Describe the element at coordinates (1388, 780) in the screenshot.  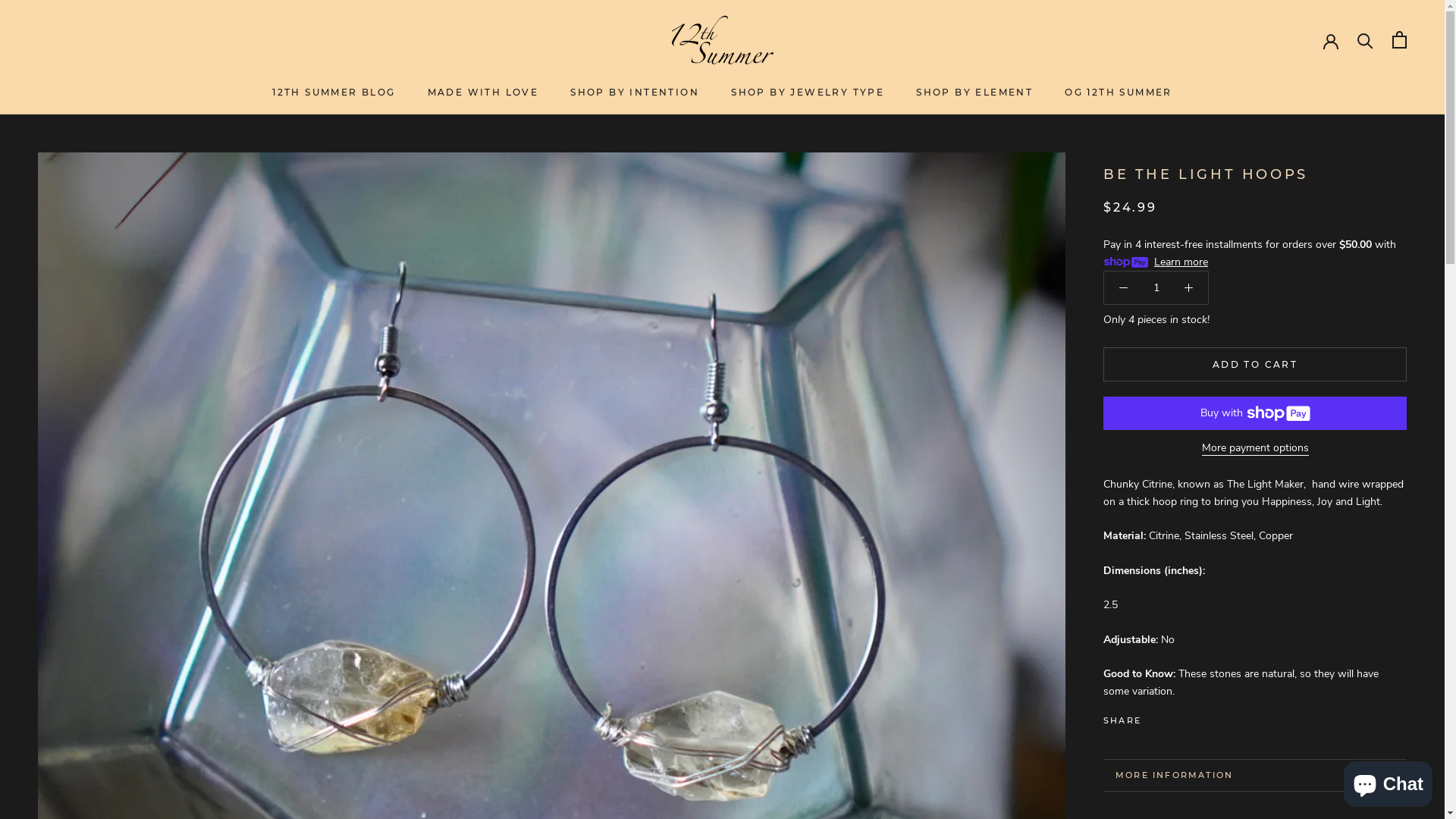
I see `'Shopify online store chat'` at that location.